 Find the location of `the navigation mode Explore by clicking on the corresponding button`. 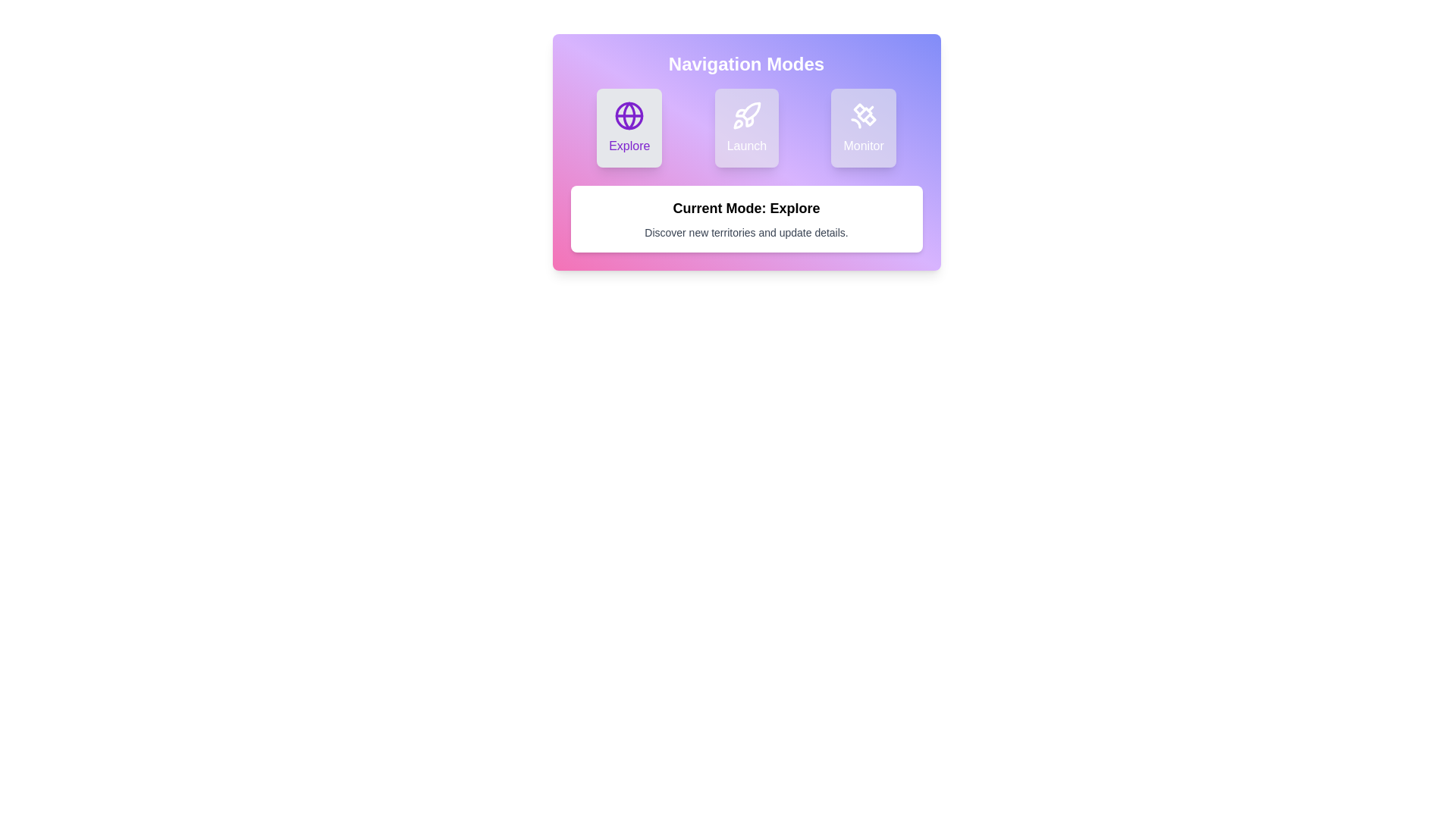

the navigation mode Explore by clicking on the corresponding button is located at coordinates (629, 127).